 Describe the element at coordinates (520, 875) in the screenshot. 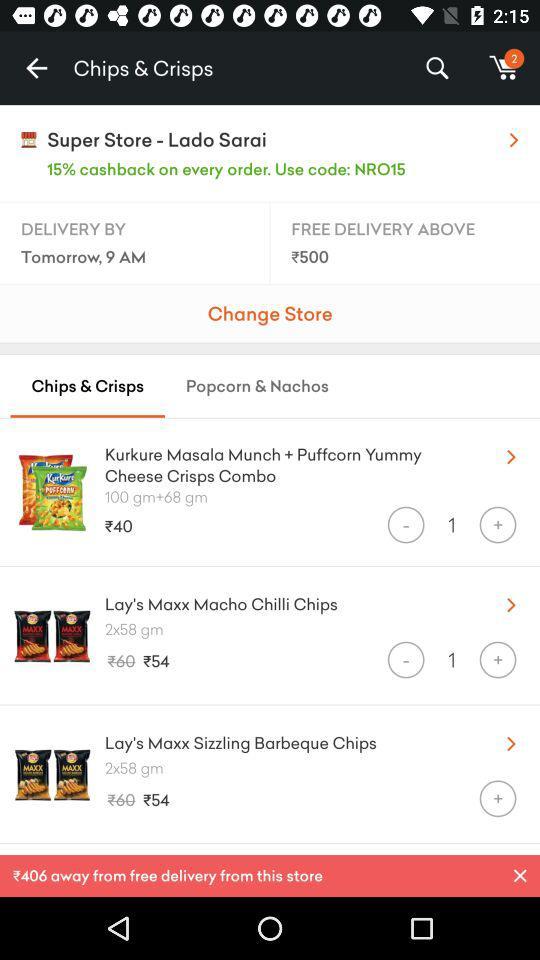

I see `p` at that location.